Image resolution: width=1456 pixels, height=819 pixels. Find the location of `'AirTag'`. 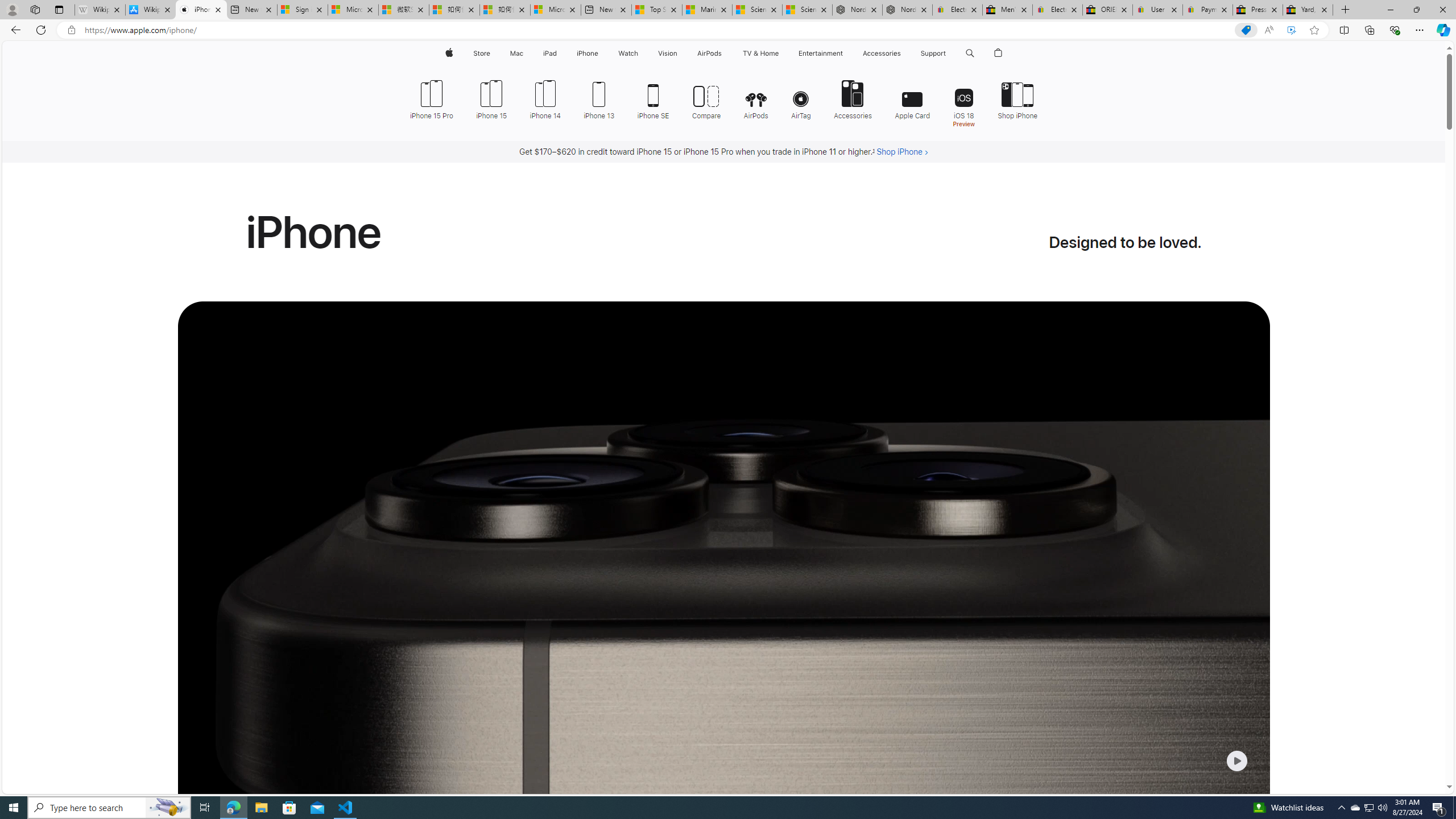

'AirTag' is located at coordinates (801, 98).